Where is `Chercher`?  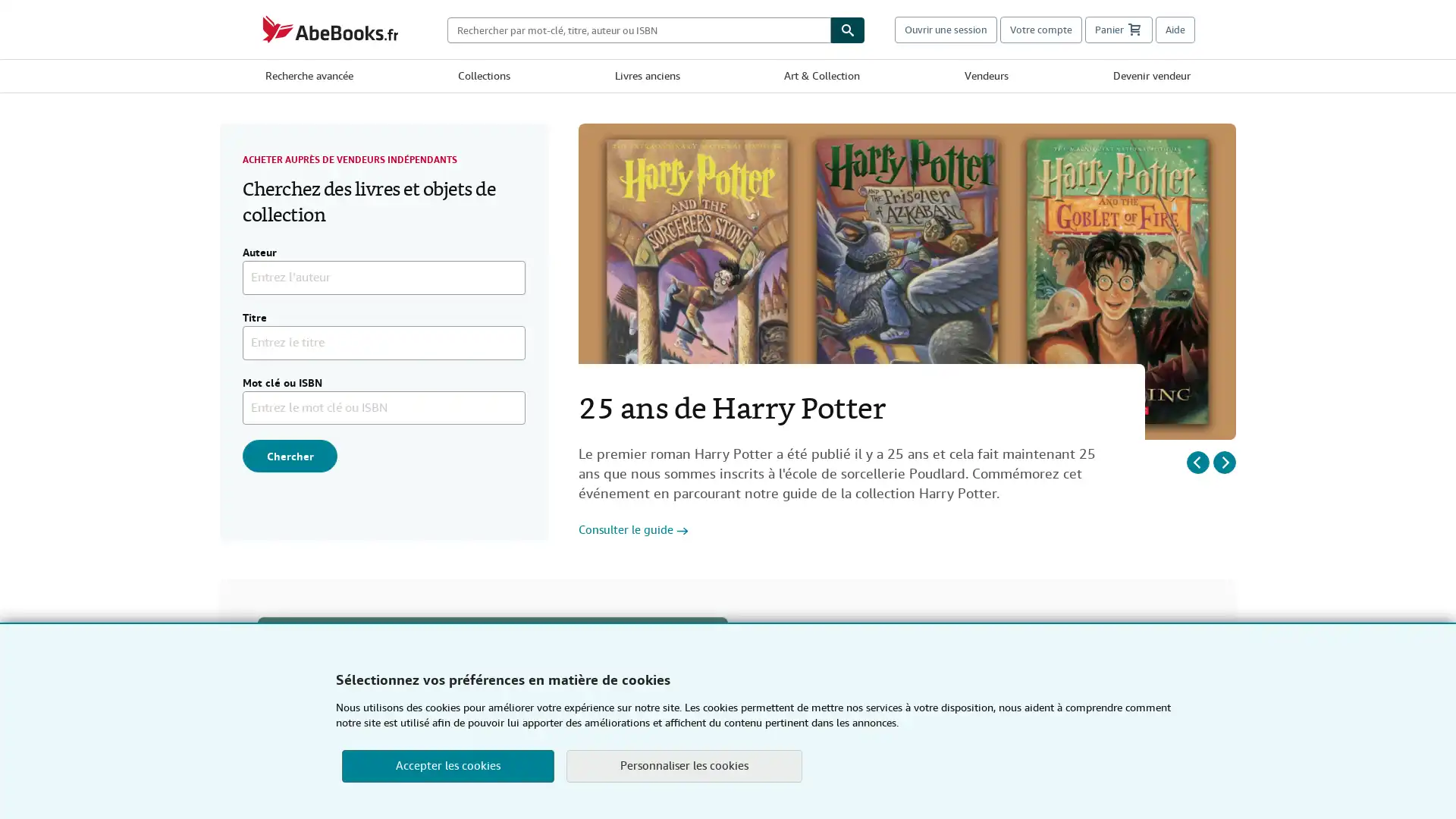 Chercher is located at coordinates (290, 455).